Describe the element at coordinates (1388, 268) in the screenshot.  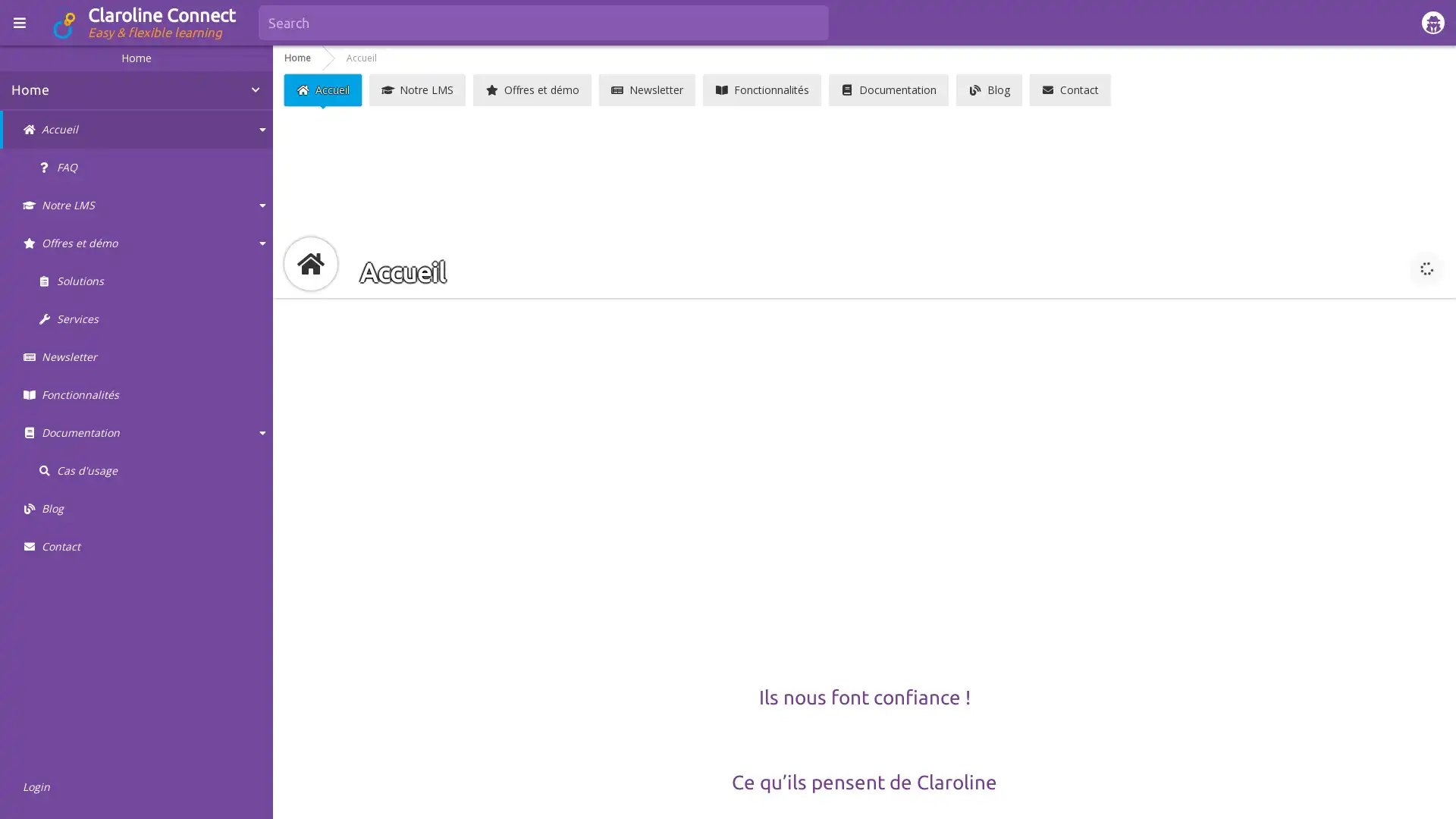
I see `Show in fullscreen` at that location.